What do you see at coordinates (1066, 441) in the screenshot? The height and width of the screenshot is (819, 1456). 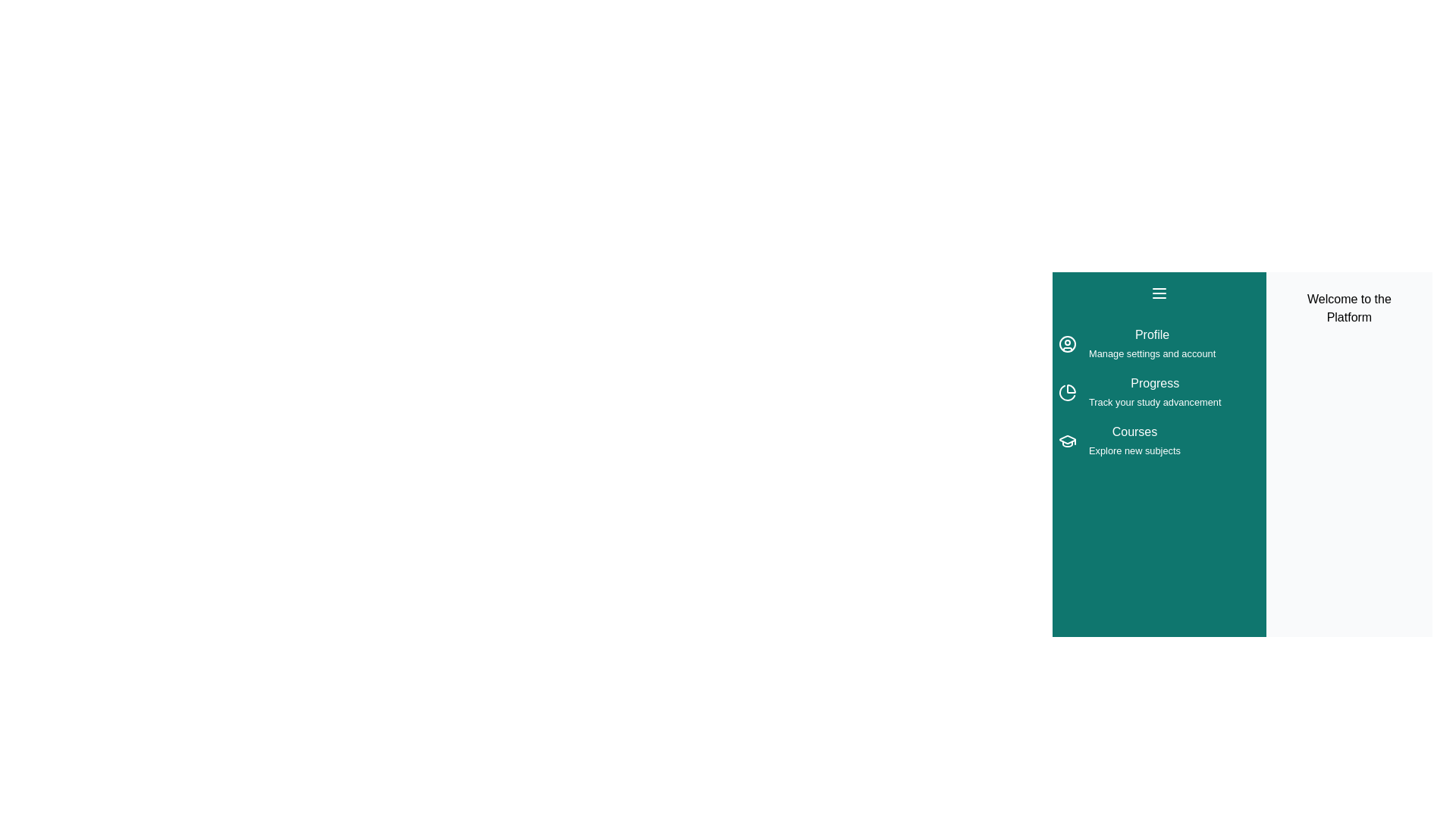 I see `the menu item Courses from the drawer` at bounding box center [1066, 441].